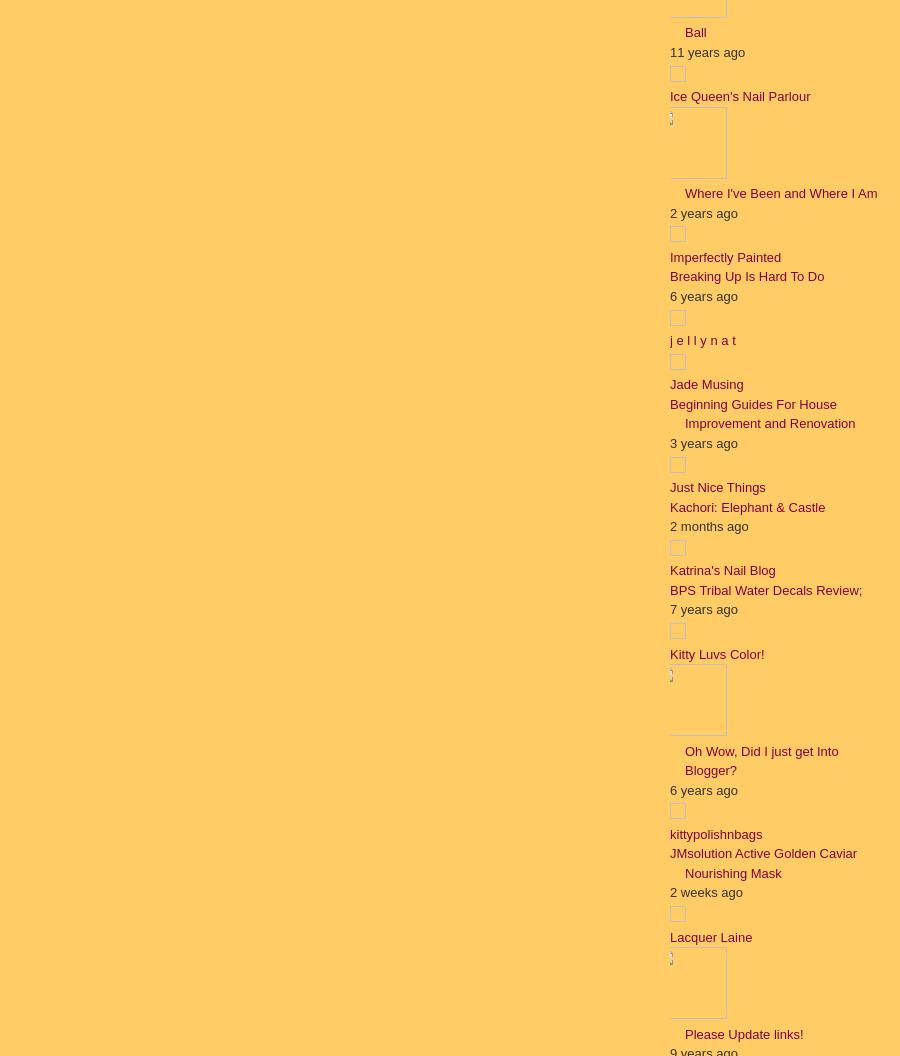  What do you see at coordinates (715, 833) in the screenshot?
I see `'kittypolishnbags'` at bounding box center [715, 833].